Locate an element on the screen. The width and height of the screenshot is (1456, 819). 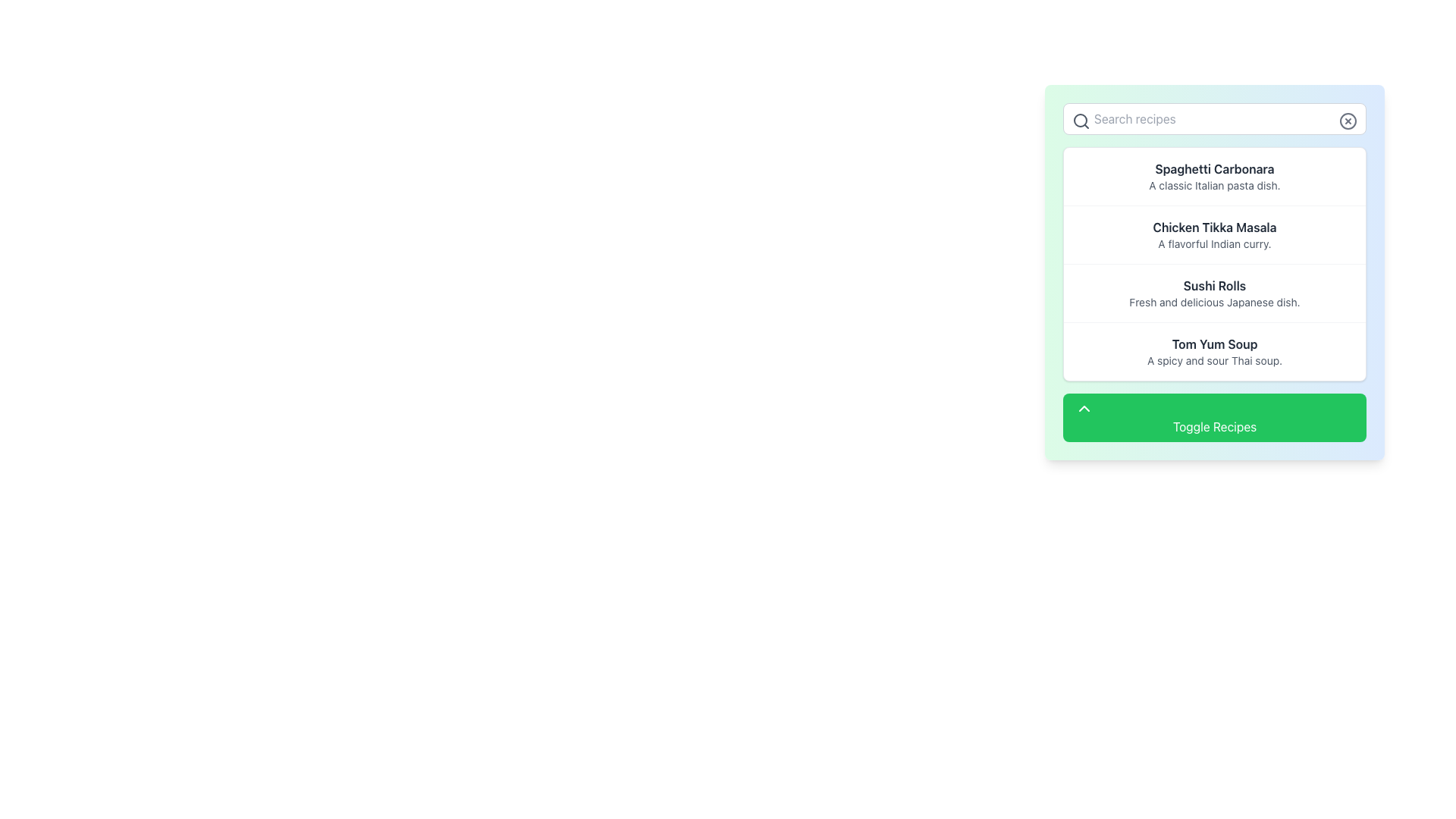
the text label displaying 'Sushi Rolls', which is prominently styled in bold dark gray and serves as the heading for the content section is located at coordinates (1215, 286).